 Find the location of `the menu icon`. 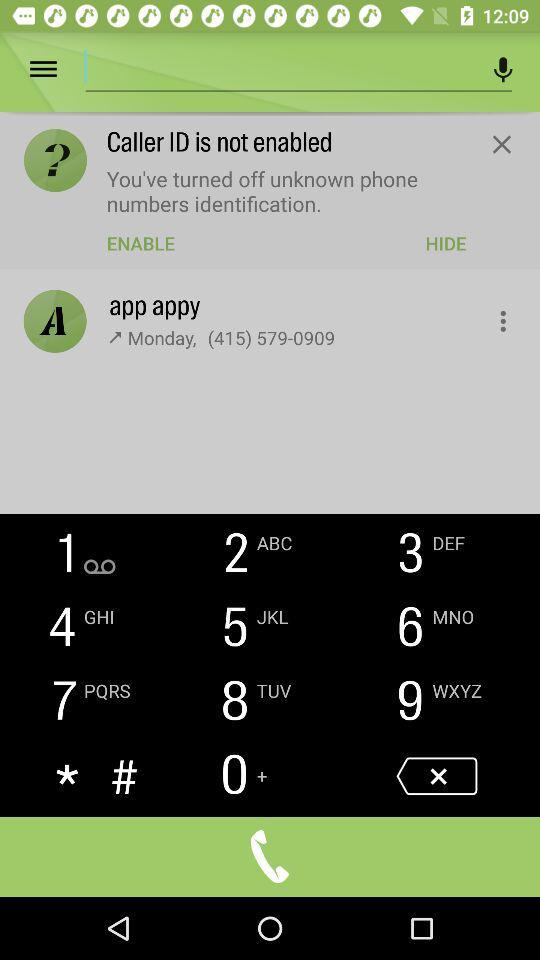

the menu icon is located at coordinates (57, 69).